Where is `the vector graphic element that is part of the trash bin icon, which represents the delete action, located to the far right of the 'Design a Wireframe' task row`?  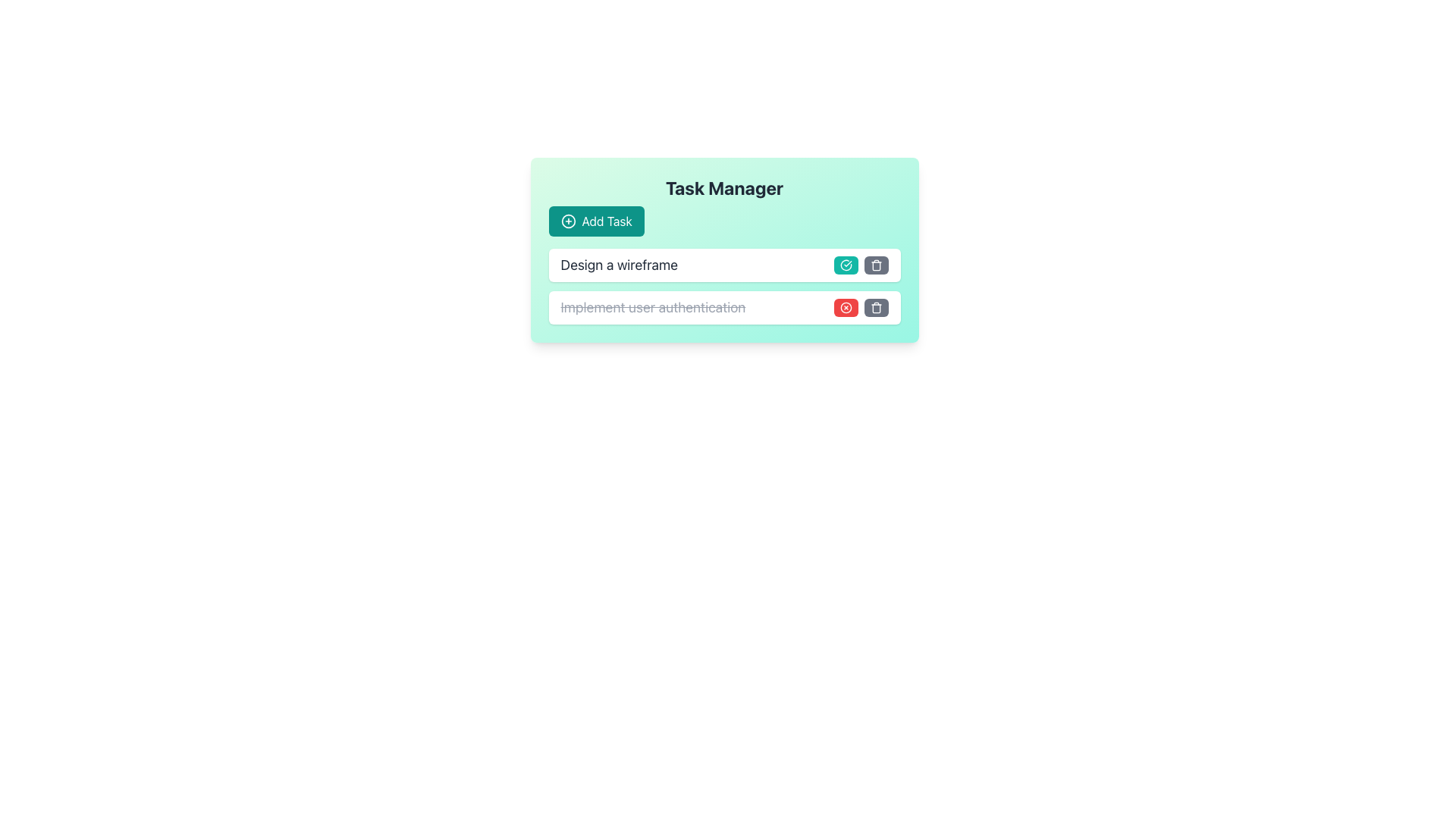
the vector graphic element that is part of the trash bin icon, which represents the delete action, located to the far right of the 'Design a Wireframe' task row is located at coordinates (876, 265).